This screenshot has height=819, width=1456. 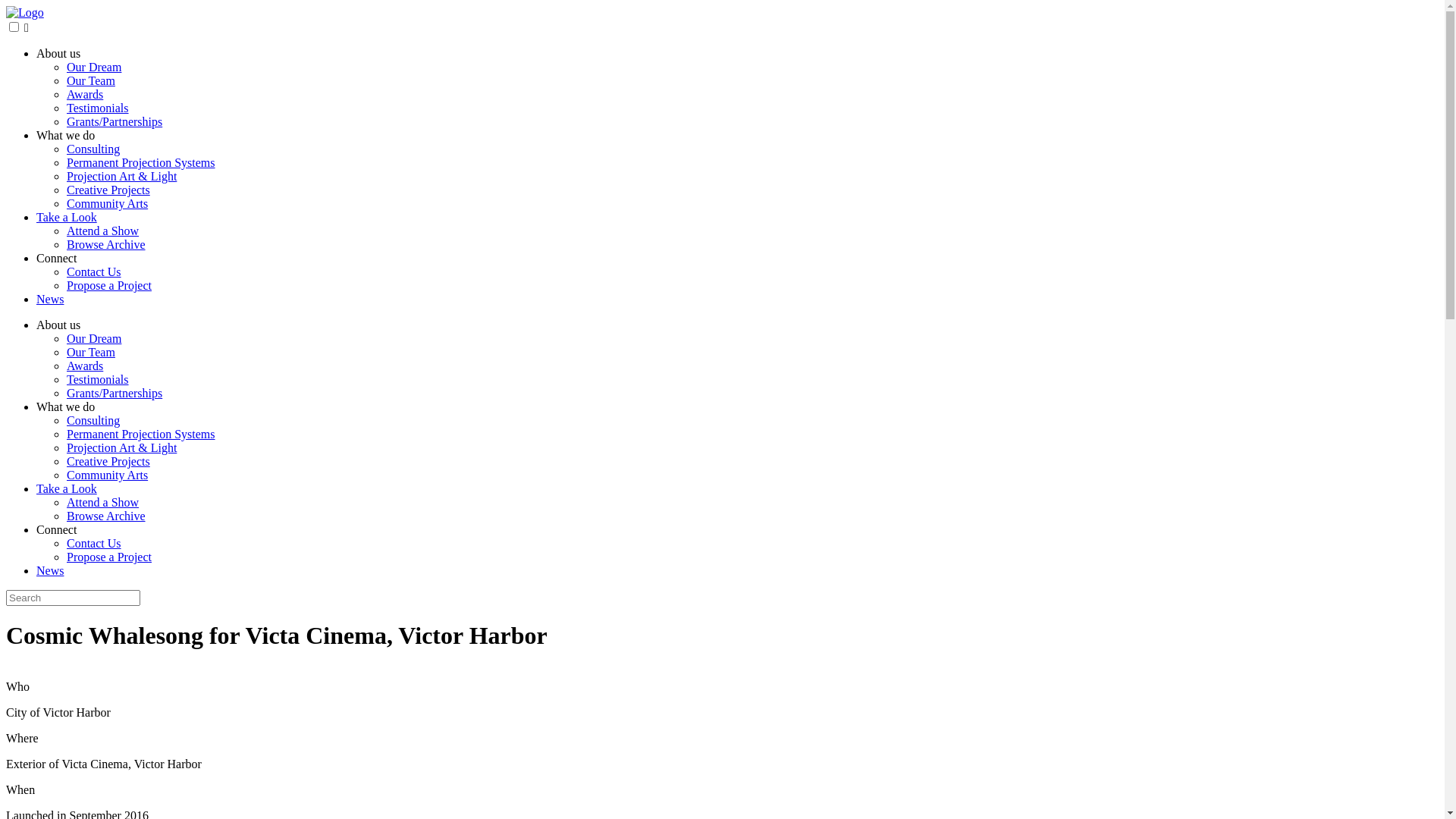 What do you see at coordinates (106, 474) in the screenshot?
I see `'Community Arts'` at bounding box center [106, 474].